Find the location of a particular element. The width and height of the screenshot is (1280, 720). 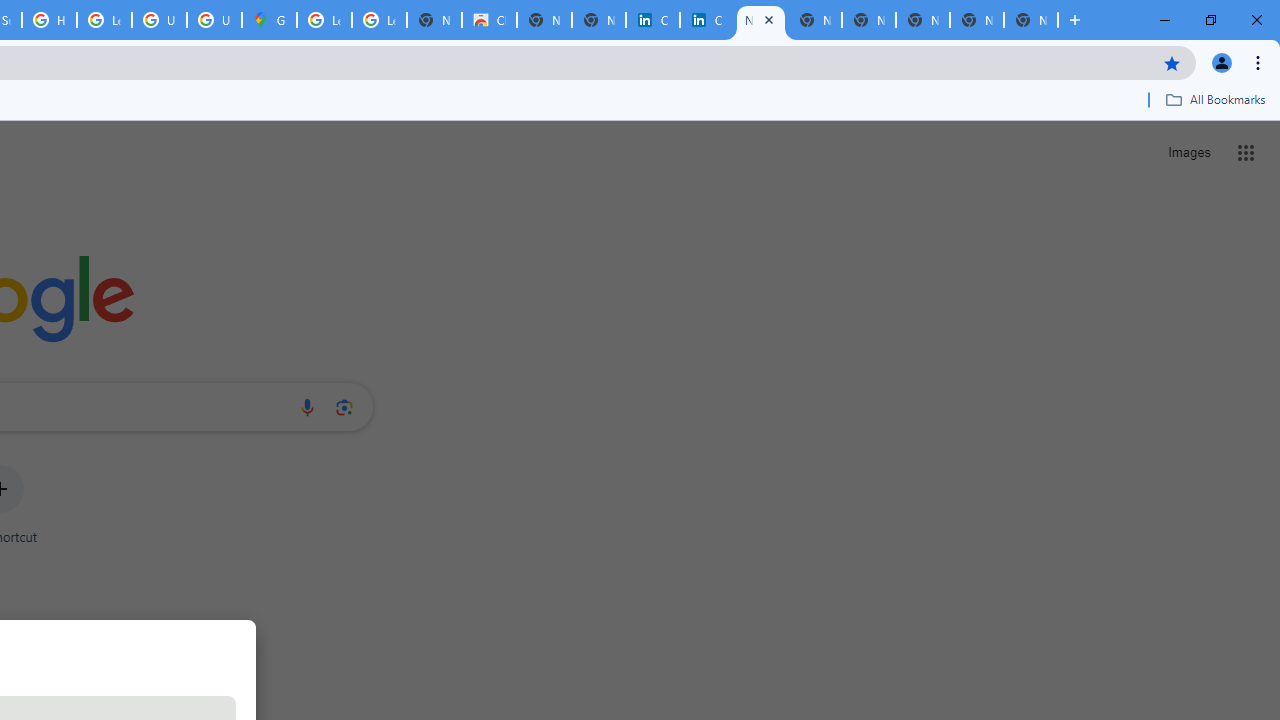

'Chrome Web Store' is located at coordinates (489, 20).